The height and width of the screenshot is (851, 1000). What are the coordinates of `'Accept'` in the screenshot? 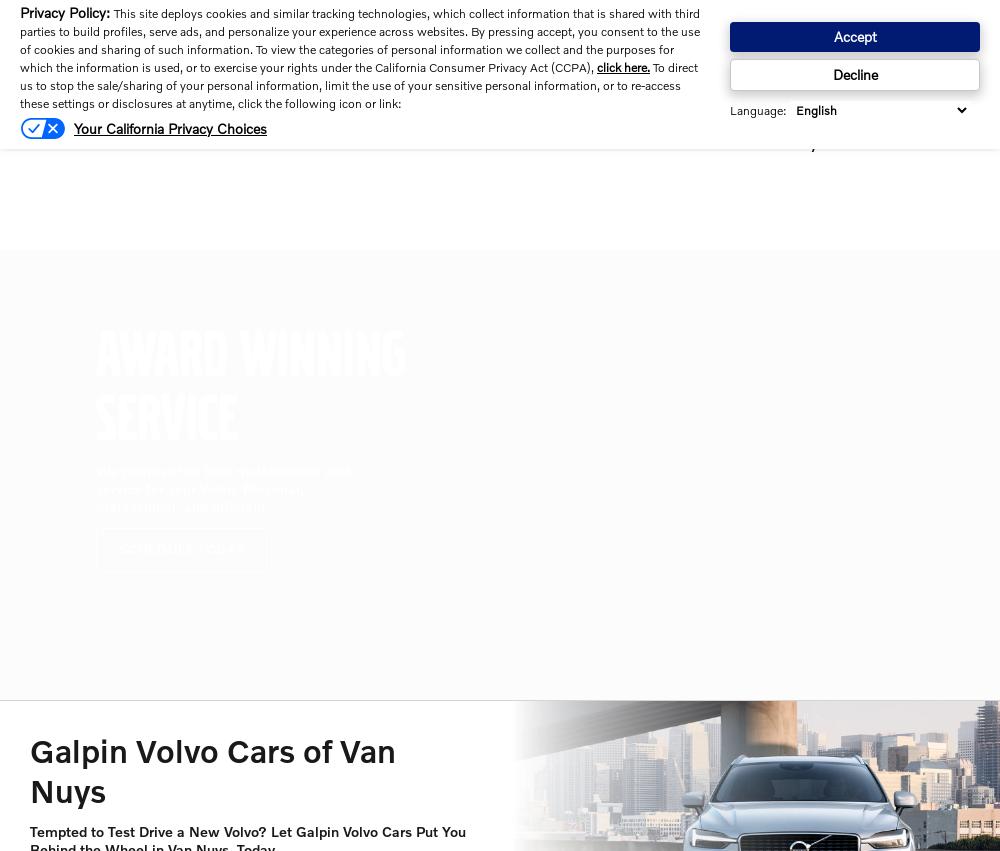 It's located at (853, 34).